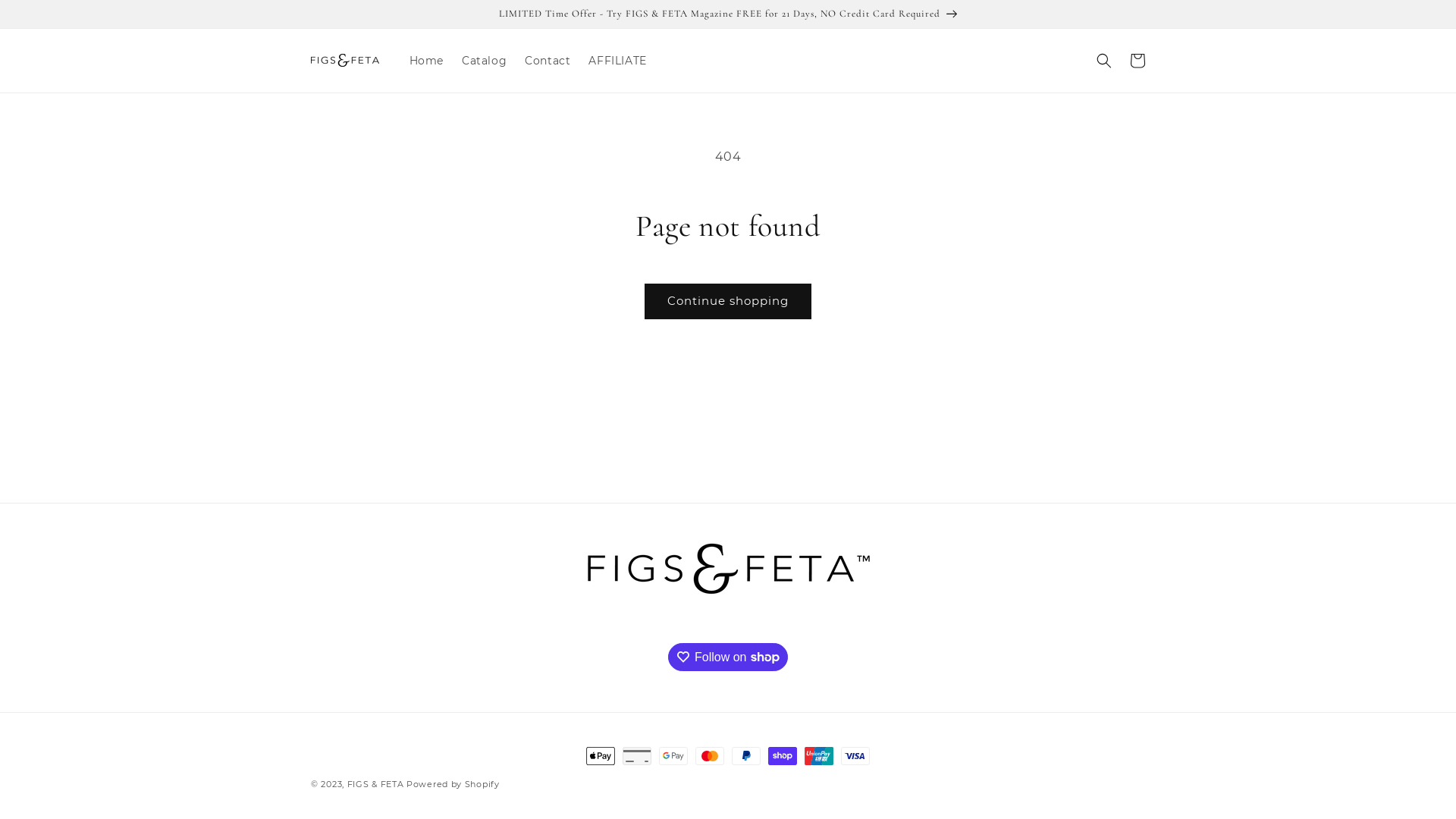  I want to click on 'Continue shopping', so click(644, 301).